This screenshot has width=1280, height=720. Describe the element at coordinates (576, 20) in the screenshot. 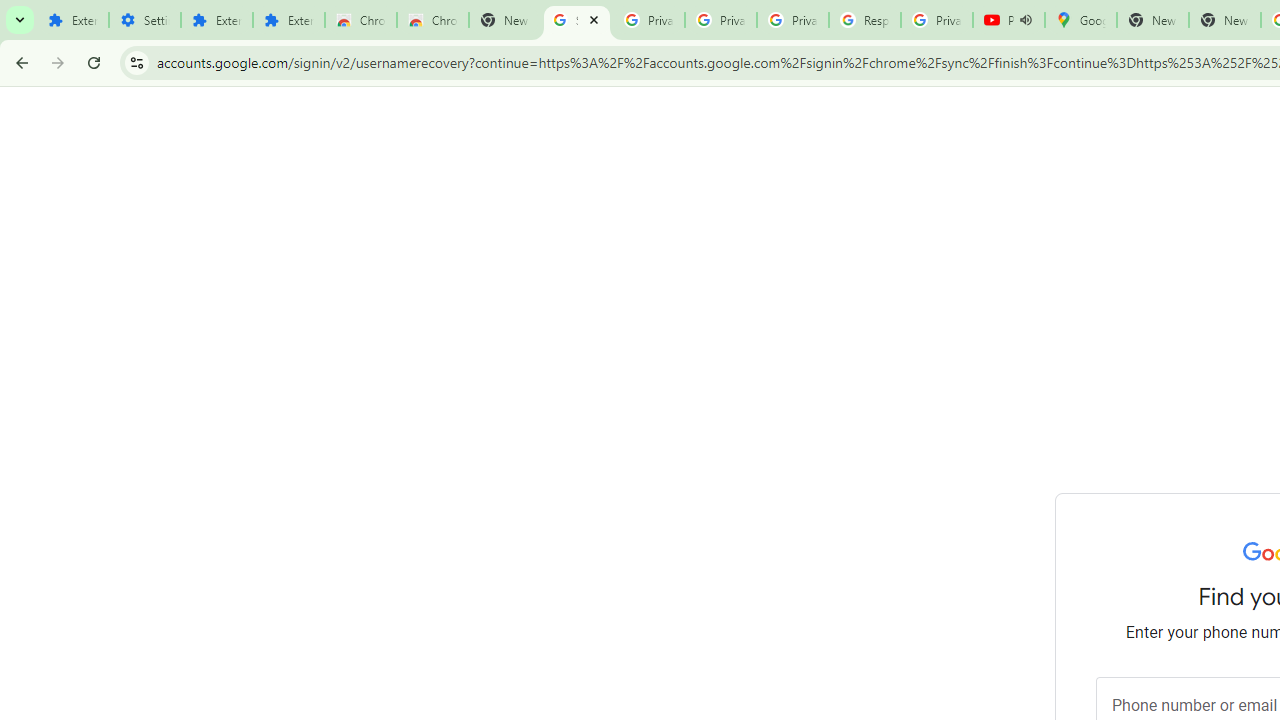

I see `'Sign in - Google Accounts'` at that location.